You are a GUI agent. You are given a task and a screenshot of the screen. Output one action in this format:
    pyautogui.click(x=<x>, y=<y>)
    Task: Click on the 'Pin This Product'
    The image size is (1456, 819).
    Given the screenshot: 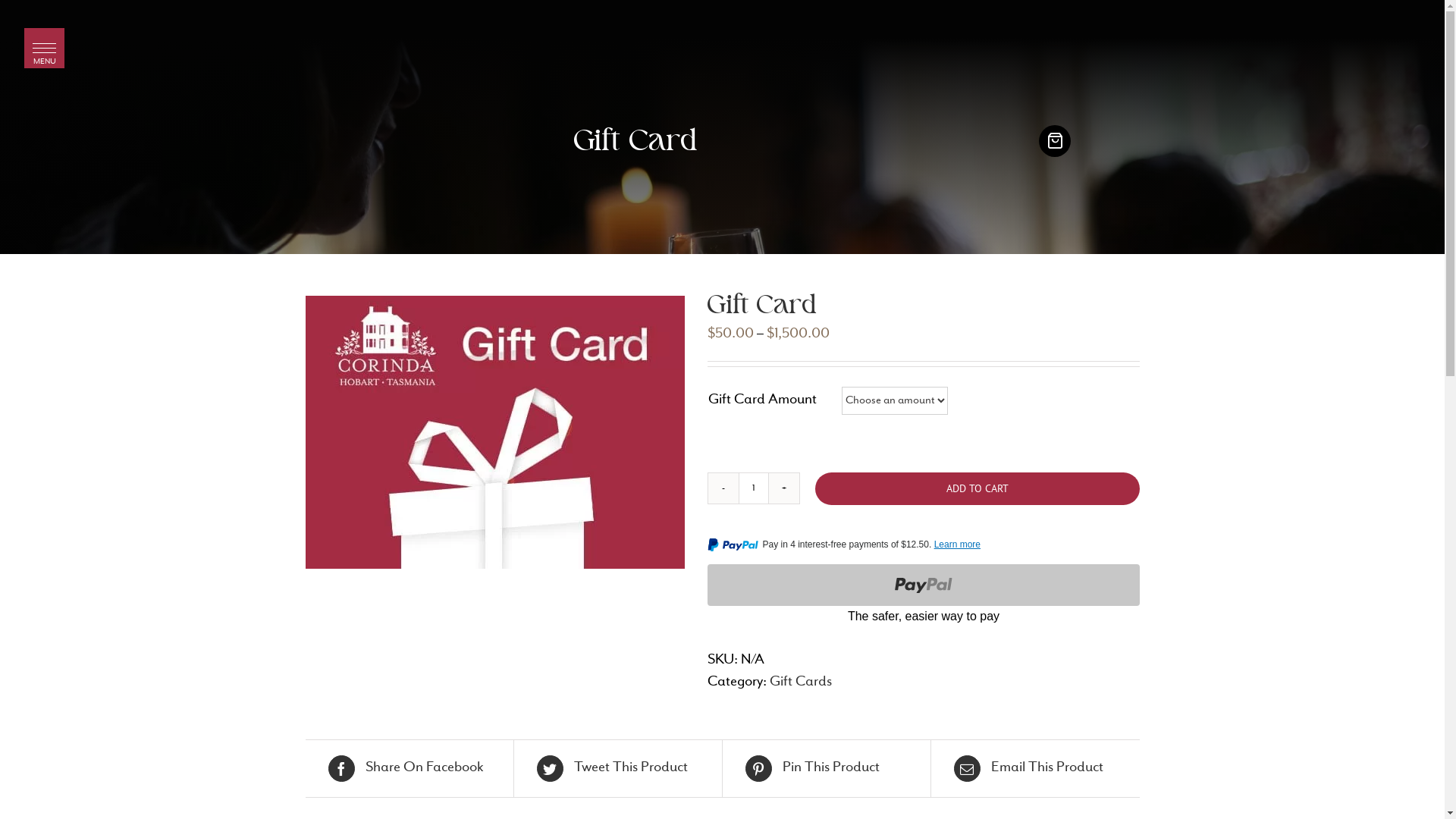 What is the action you would take?
    pyautogui.click(x=825, y=768)
    